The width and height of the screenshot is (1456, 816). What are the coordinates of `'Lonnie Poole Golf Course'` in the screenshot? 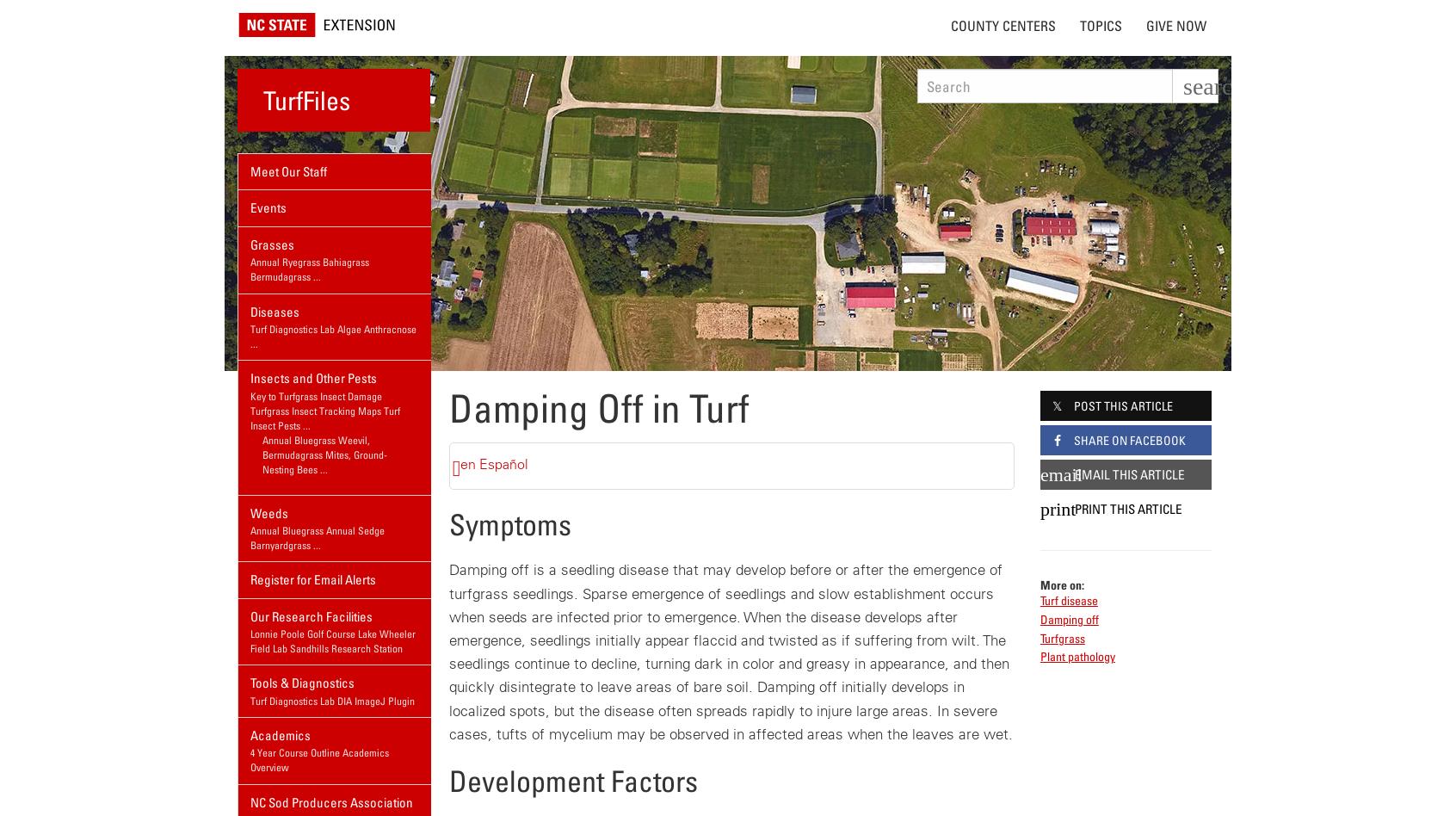 It's located at (301, 634).